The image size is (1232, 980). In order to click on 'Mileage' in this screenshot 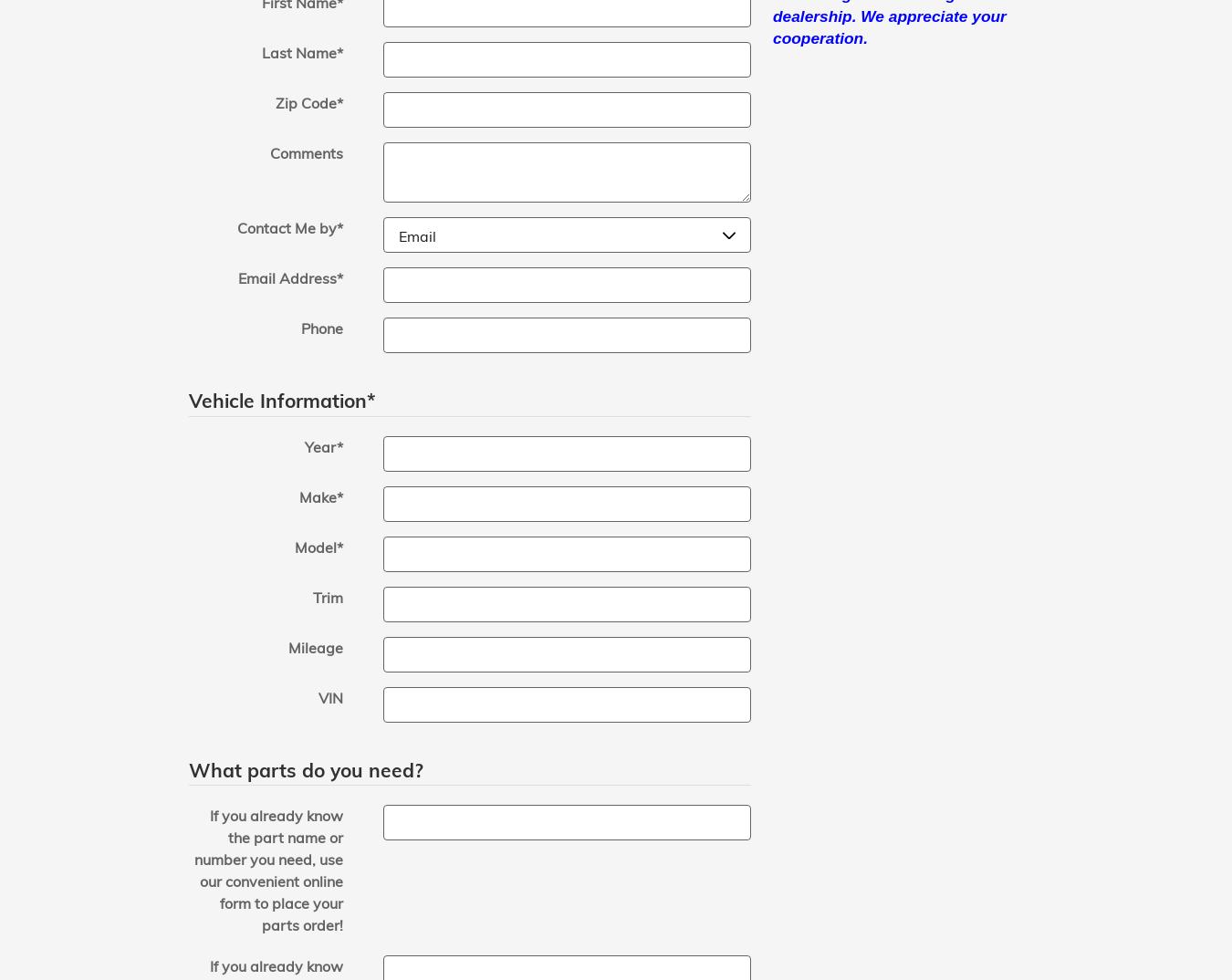, I will do `click(287, 646)`.